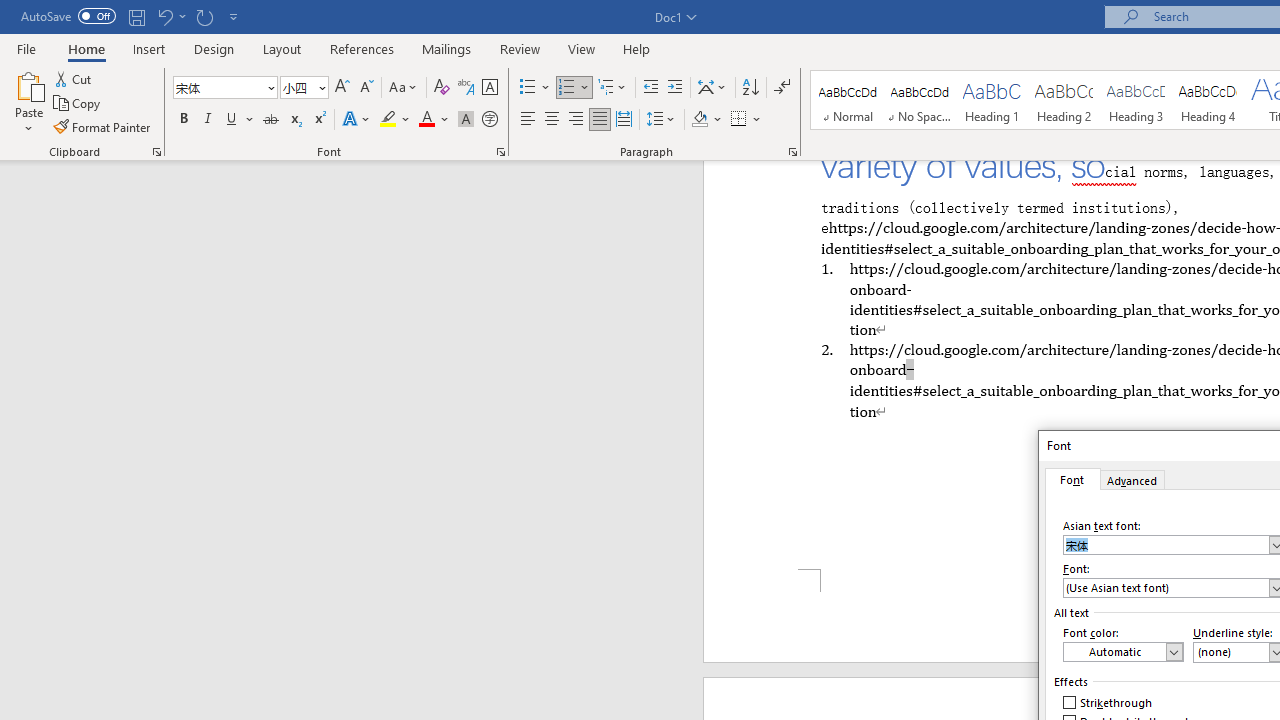 The height and width of the screenshot is (720, 1280). Describe the element at coordinates (612, 86) in the screenshot. I see `'Multilevel List'` at that location.